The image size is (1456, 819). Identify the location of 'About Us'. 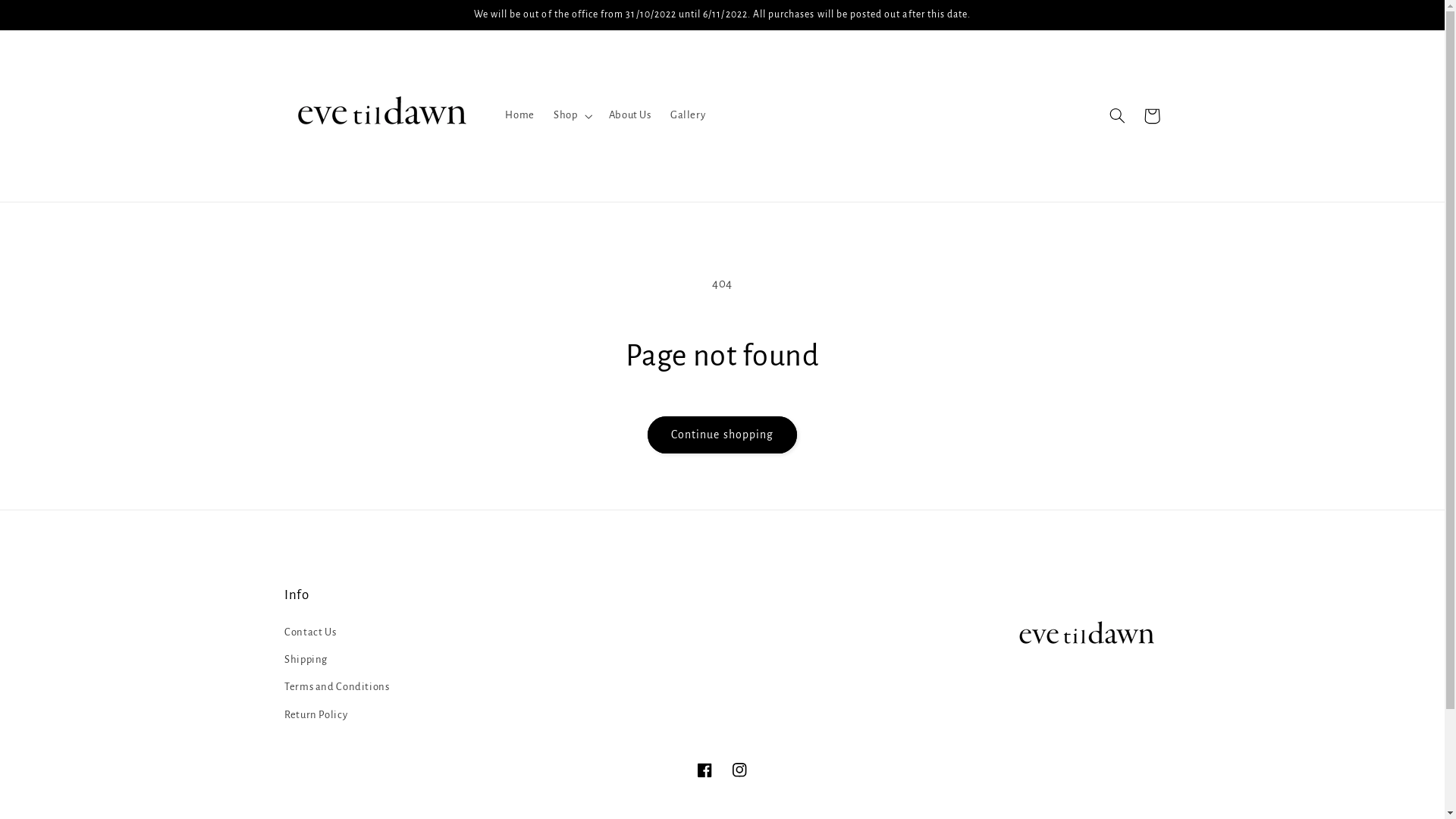
(629, 115).